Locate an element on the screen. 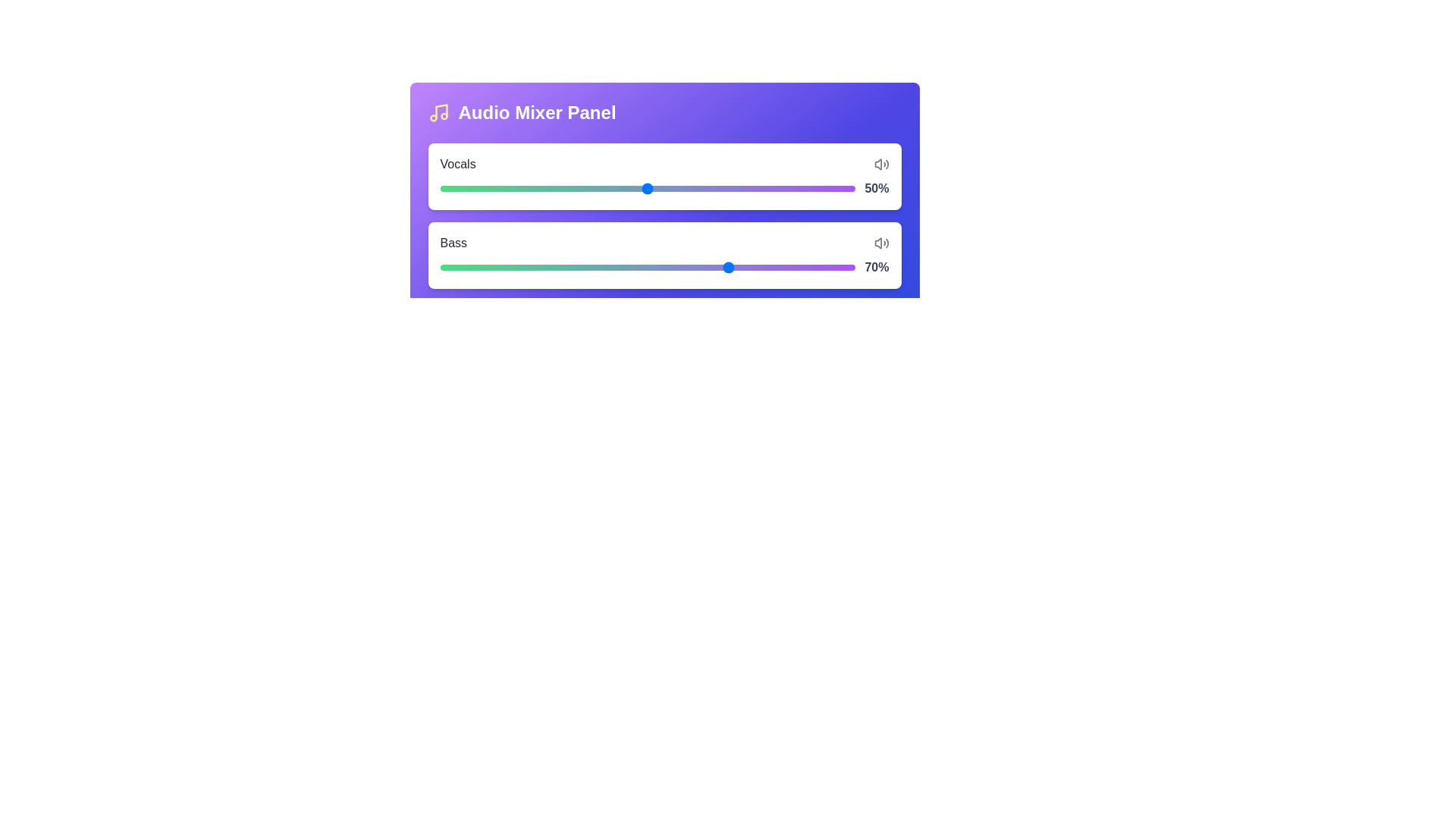 This screenshot has height=819, width=1456. the music icon to interact with it is located at coordinates (438, 112).